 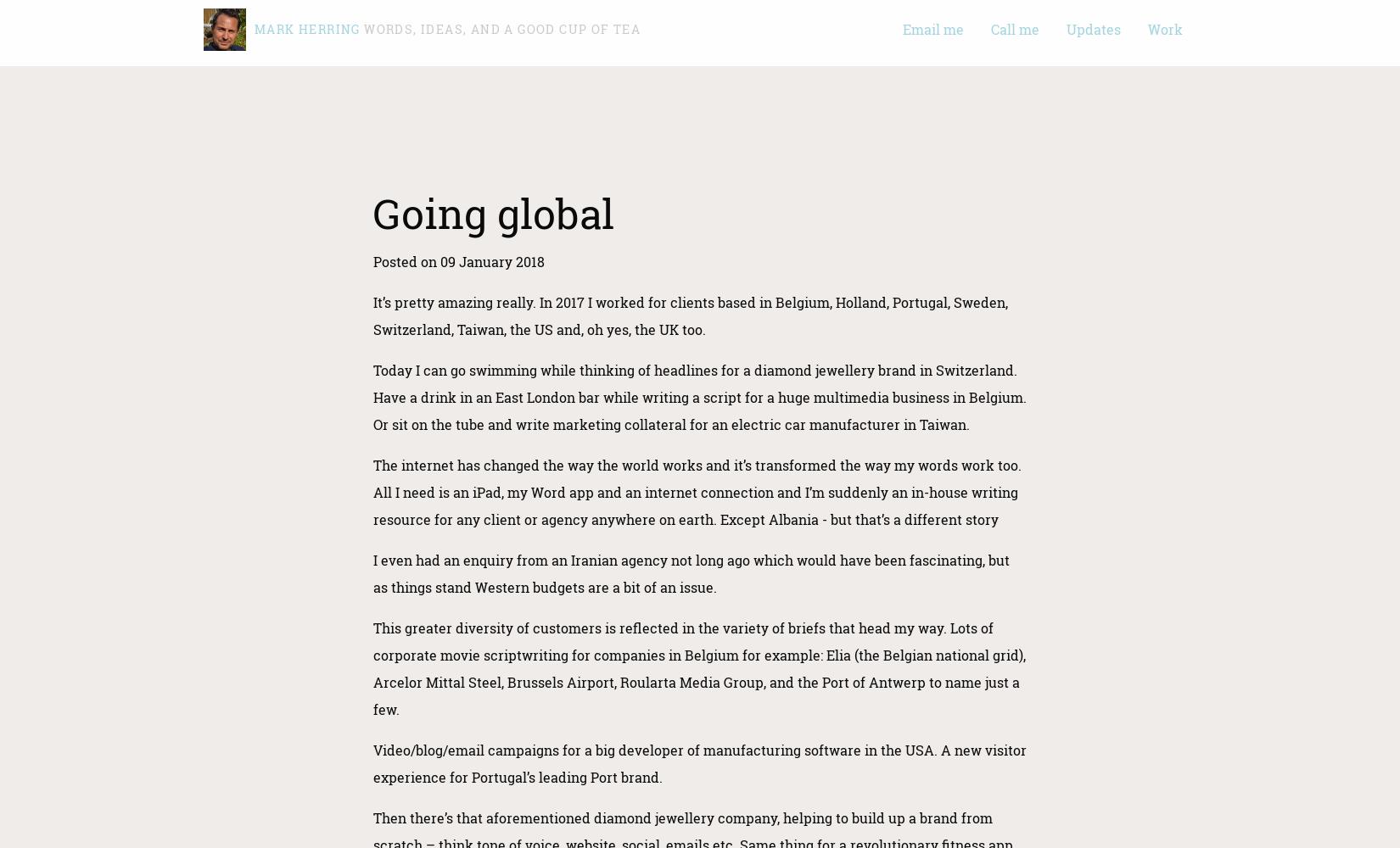 What do you see at coordinates (1164, 29) in the screenshot?
I see `'Work'` at bounding box center [1164, 29].